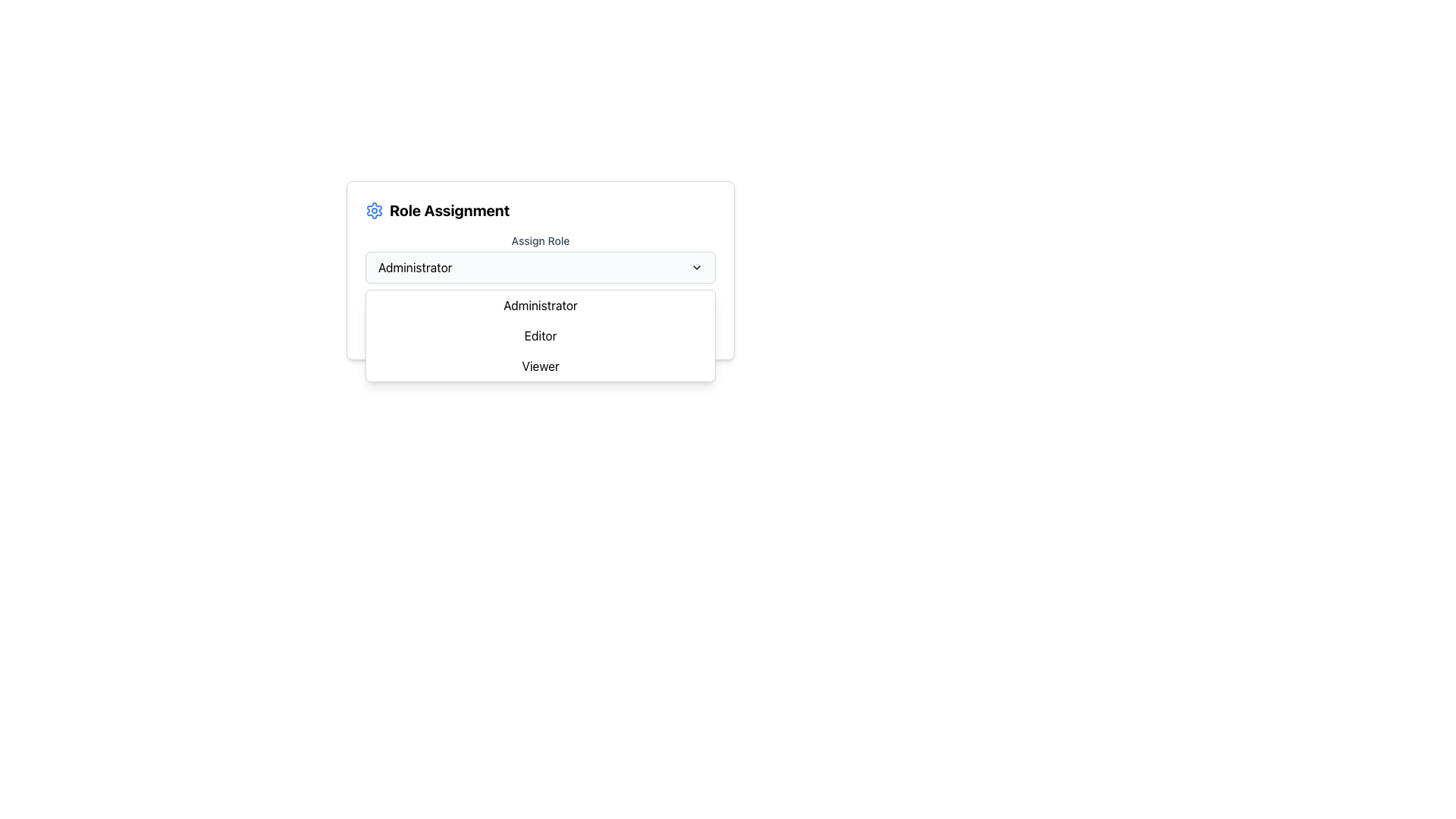 The image size is (1456, 819). I want to click on the dropdown menu located below the 'Assign Role' text field in the 'Role Assignment' section, which displays options including 'Administrator', 'Editor', and 'Viewer', with 'Editor' highlighted as the second option, so click(541, 335).